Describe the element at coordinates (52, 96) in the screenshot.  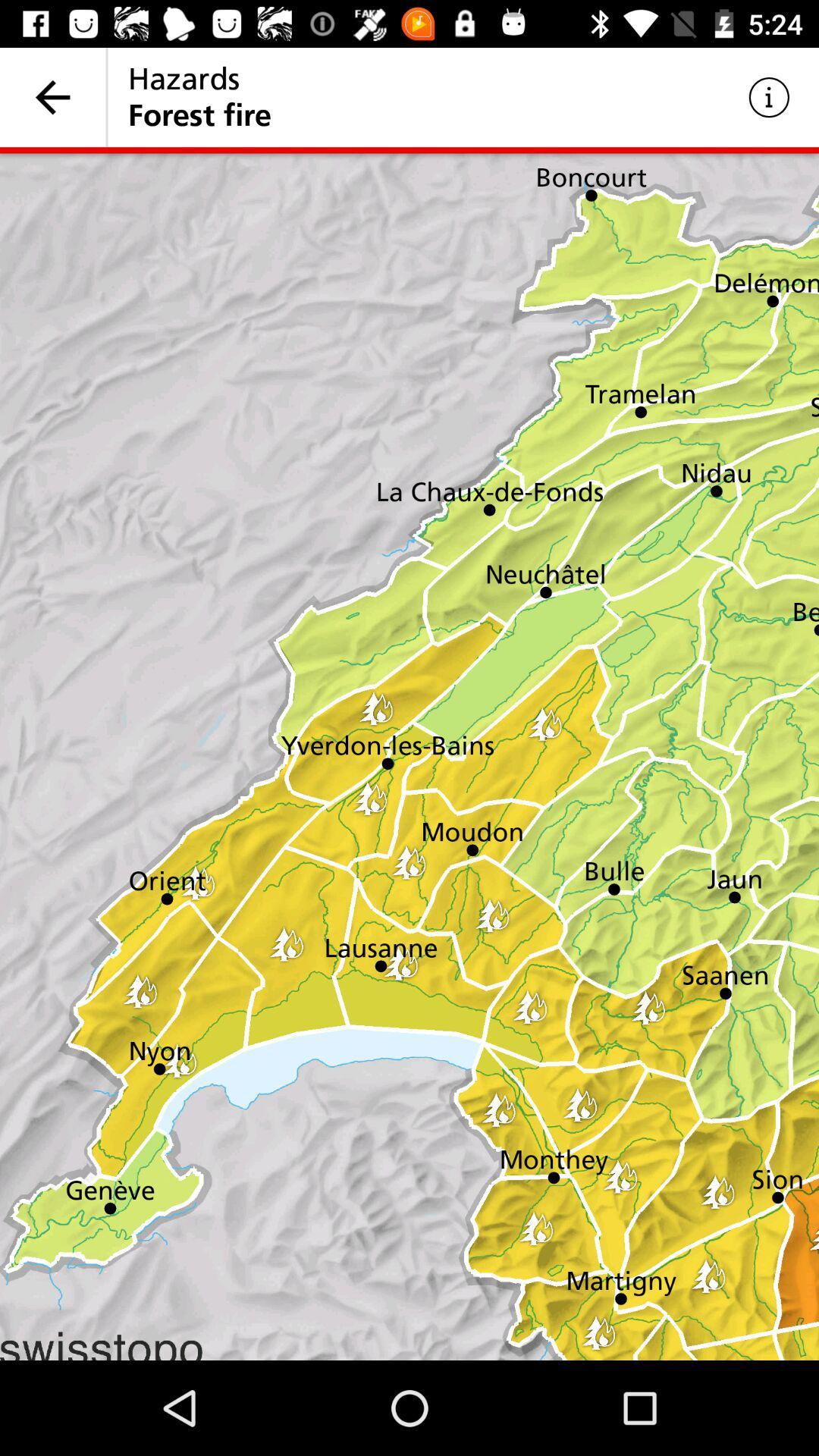
I see `item next to the hazards item` at that location.